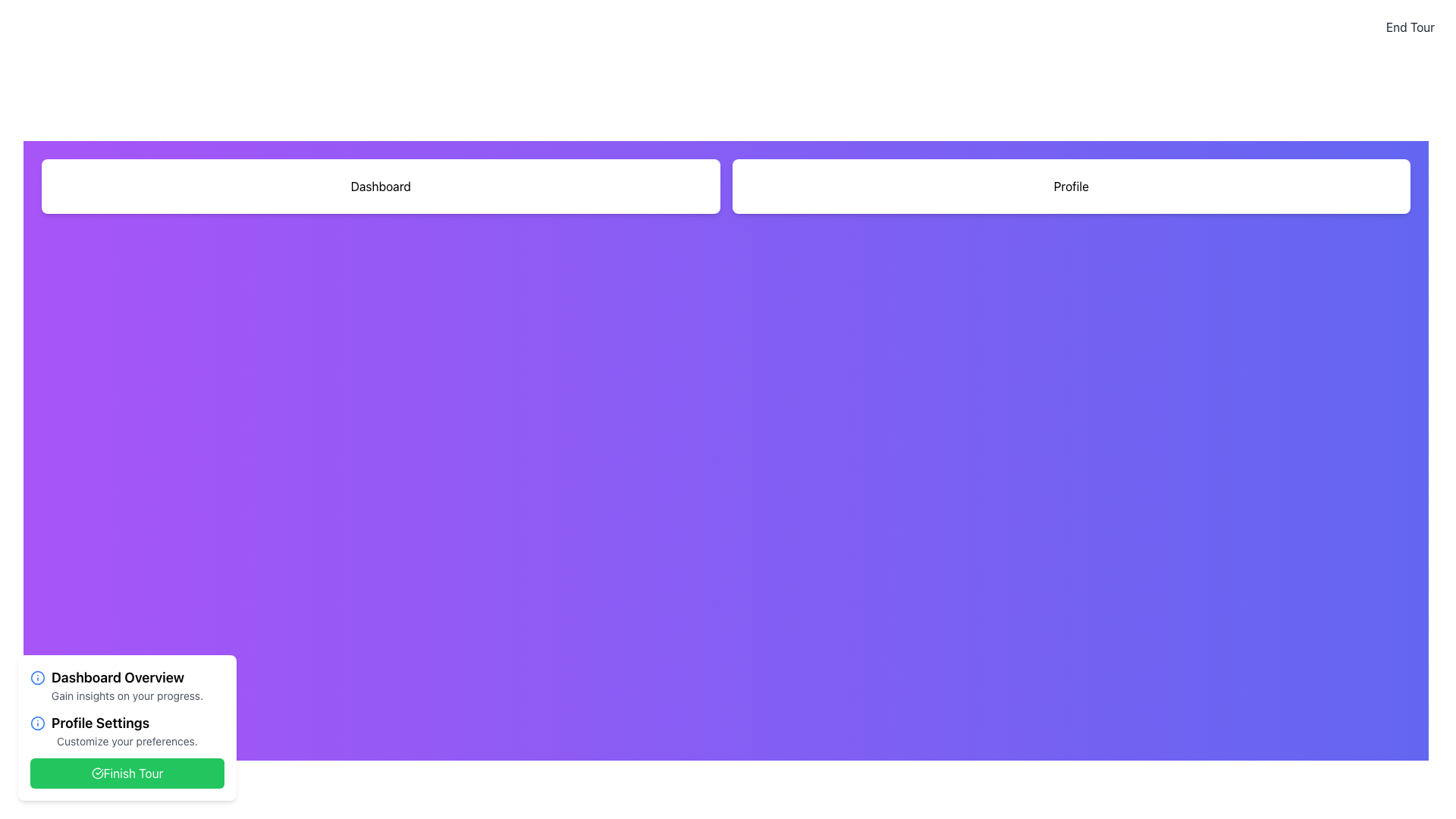  Describe the element at coordinates (127, 696) in the screenshot. I see `the text label displaying 'Gain insights on your progress.' located below the 'Dashboard Overview' heading in the lower-left corner of the interface` at that location.